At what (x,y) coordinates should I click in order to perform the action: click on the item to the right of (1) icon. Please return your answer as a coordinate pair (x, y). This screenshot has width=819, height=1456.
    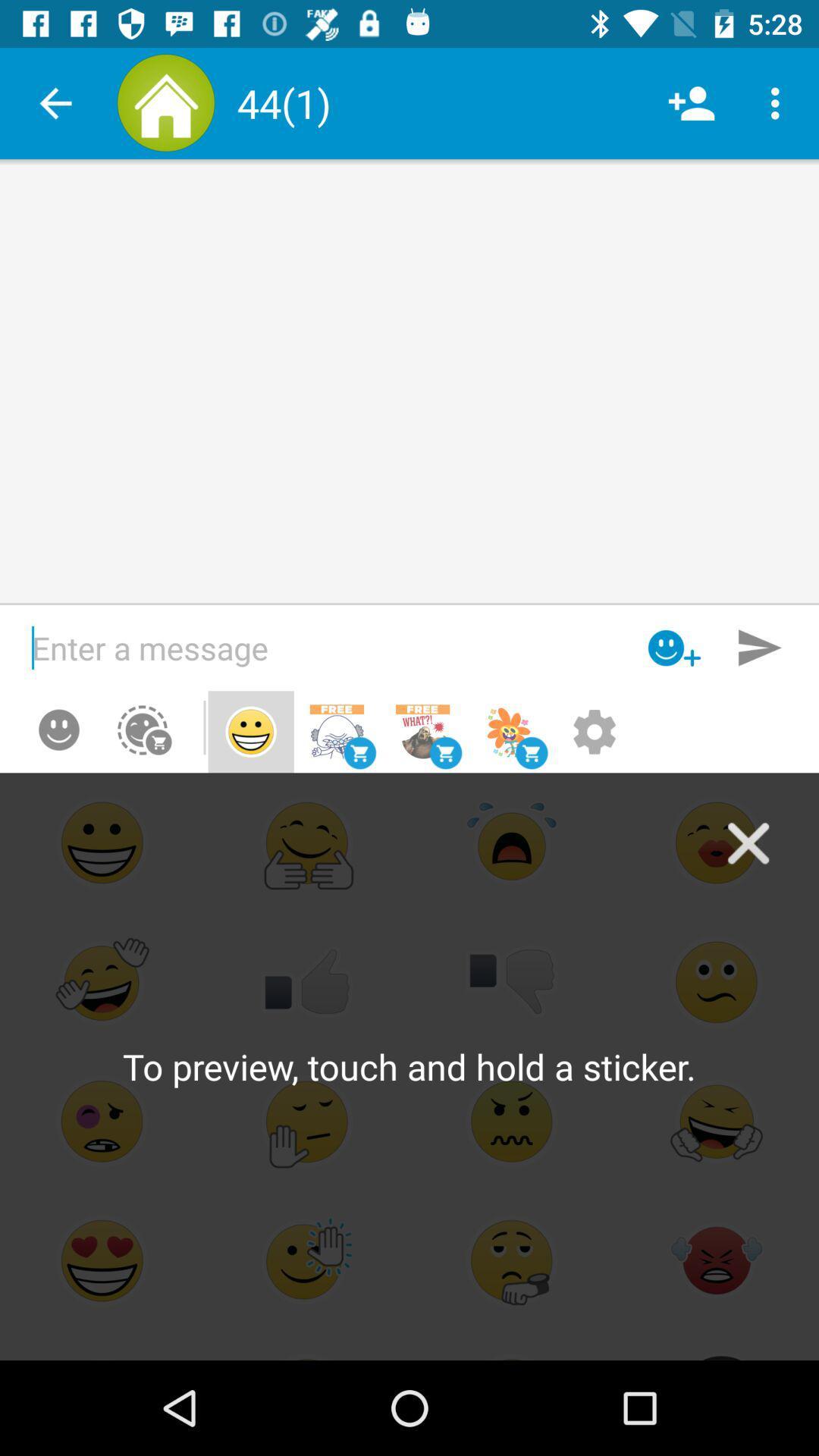
    Looking at the image, I should click on (691, 102).